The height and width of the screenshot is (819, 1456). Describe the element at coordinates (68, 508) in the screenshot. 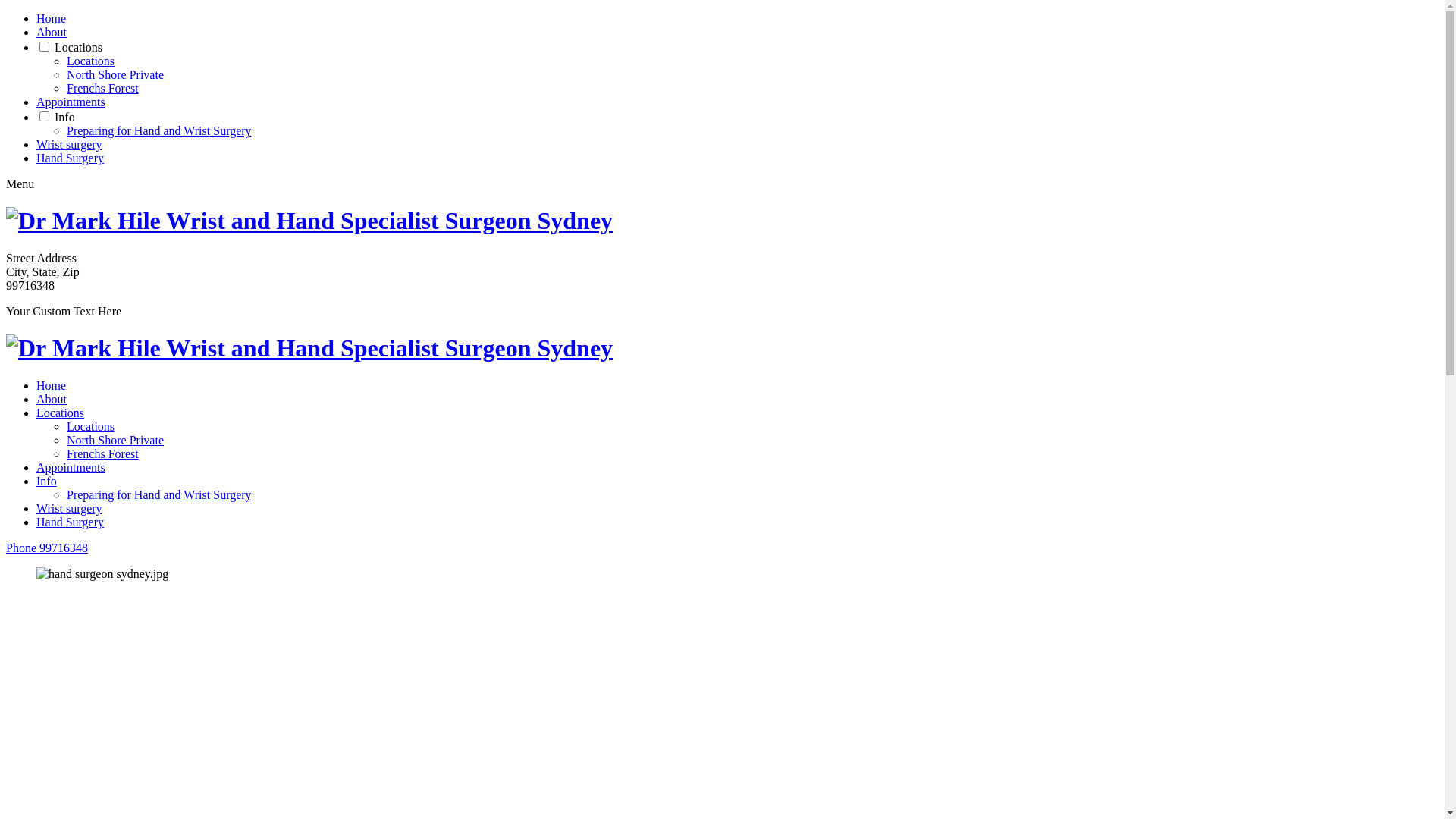

I see `'Wrist surgery'` at that location.